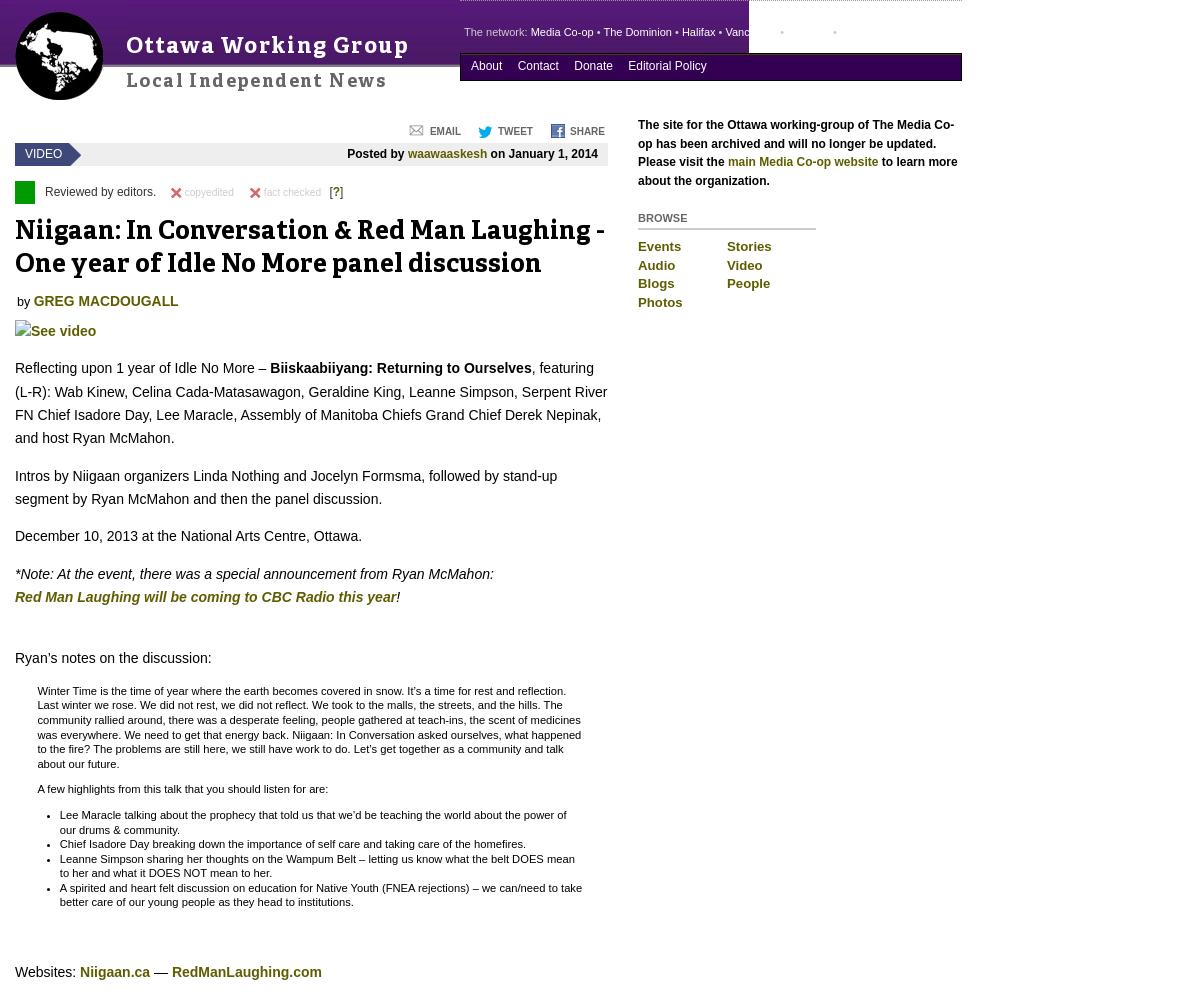 The image size is (1187, 1000). Describe the element at coordinates (665, 65) in the screenshot. I see `'Editorial Policy'` at that location.